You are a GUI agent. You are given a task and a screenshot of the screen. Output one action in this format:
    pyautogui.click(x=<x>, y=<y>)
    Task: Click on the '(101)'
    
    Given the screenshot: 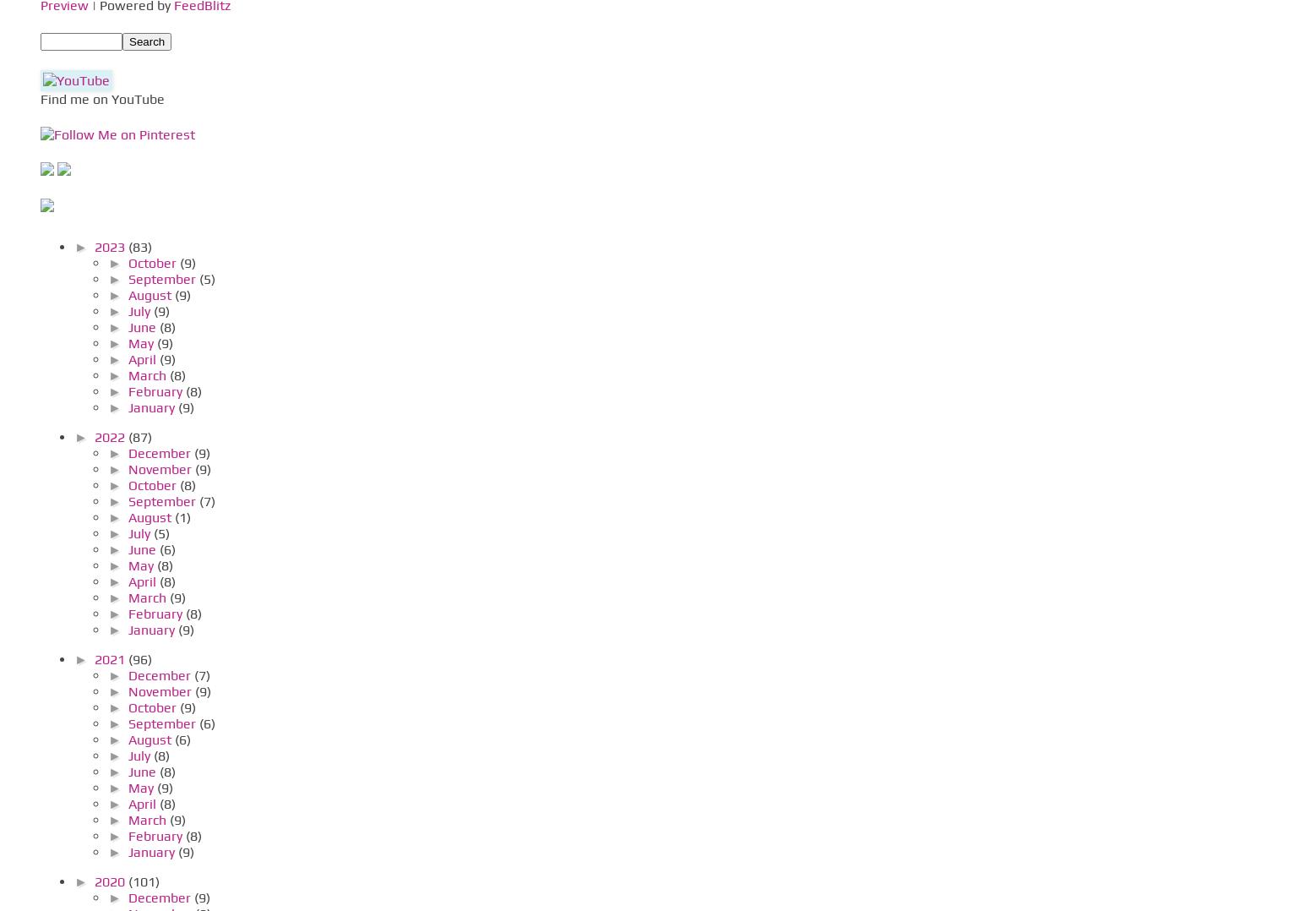 What is the action you would take?
    pyautogui.click(x=143, y=881)
    